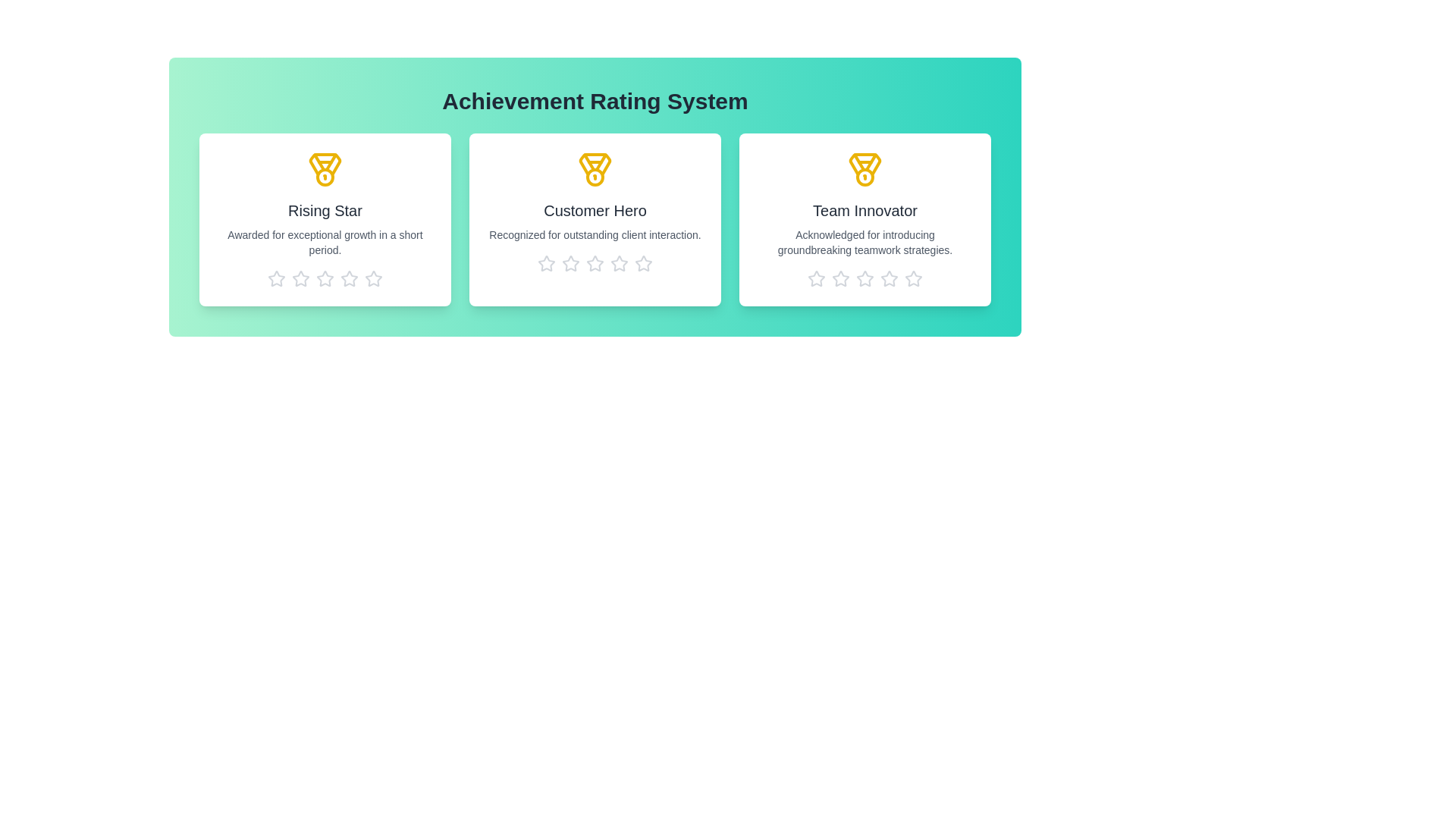  What do you see at coordinates (324, 210) in the screenshot?
I see `the title of the achievement Rising Star` at bounding box center [324, 210].